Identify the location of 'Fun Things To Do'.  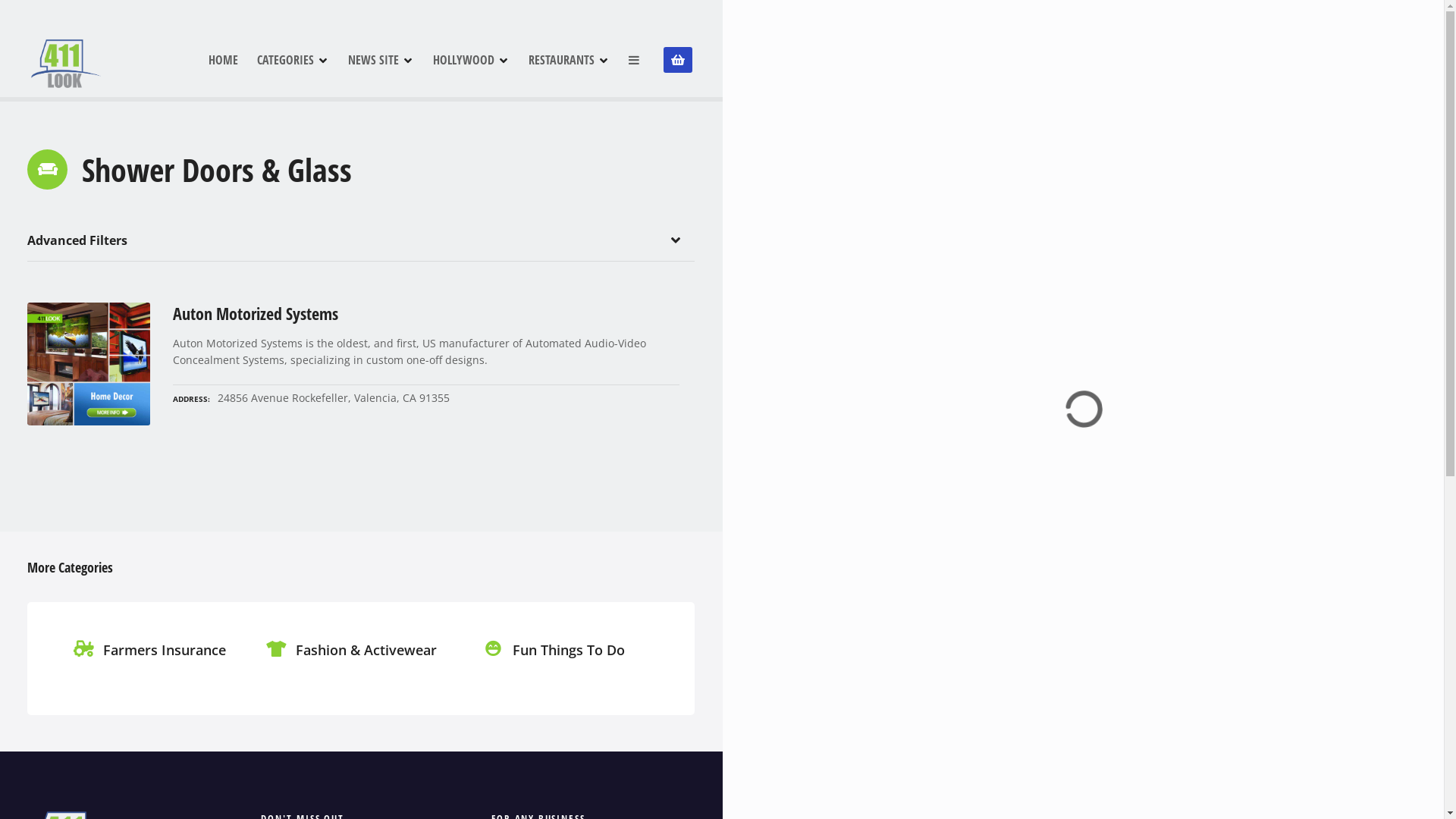
(557, 667).